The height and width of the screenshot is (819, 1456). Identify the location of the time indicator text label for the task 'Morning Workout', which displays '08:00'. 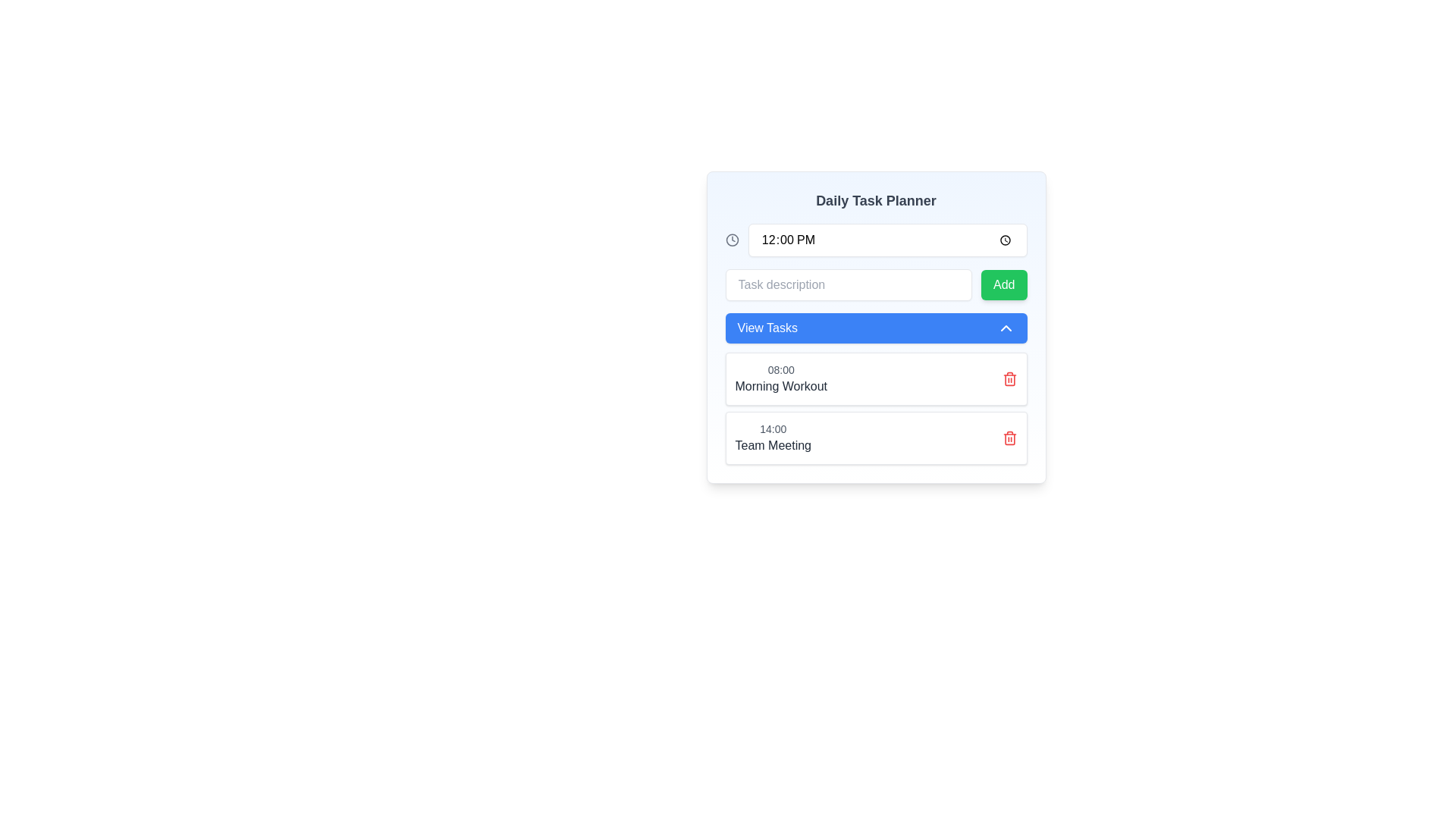
(781, 370).